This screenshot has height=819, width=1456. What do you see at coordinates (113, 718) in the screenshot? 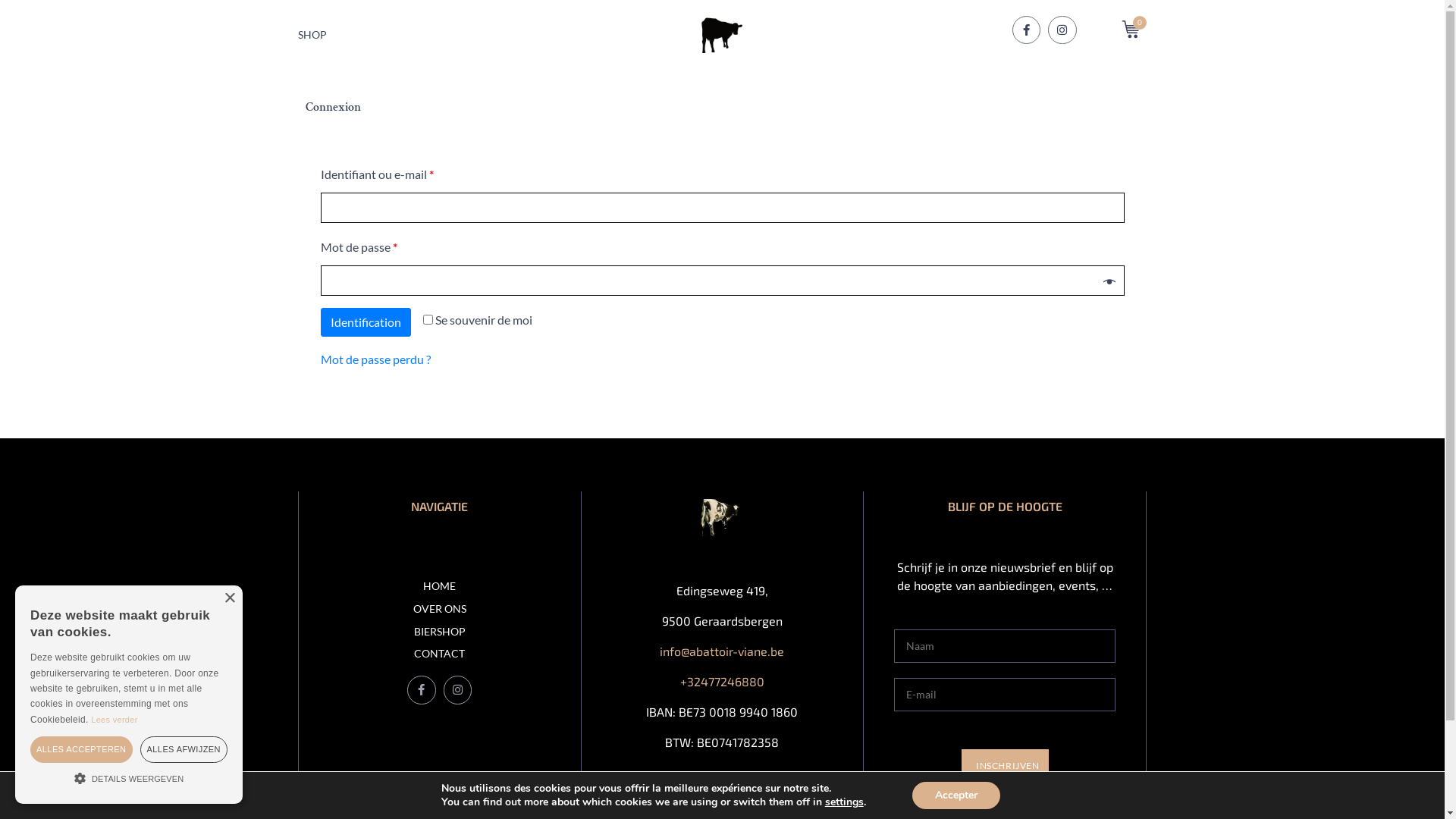
I see `'Lees verder'` at bounding box center [113, 718].